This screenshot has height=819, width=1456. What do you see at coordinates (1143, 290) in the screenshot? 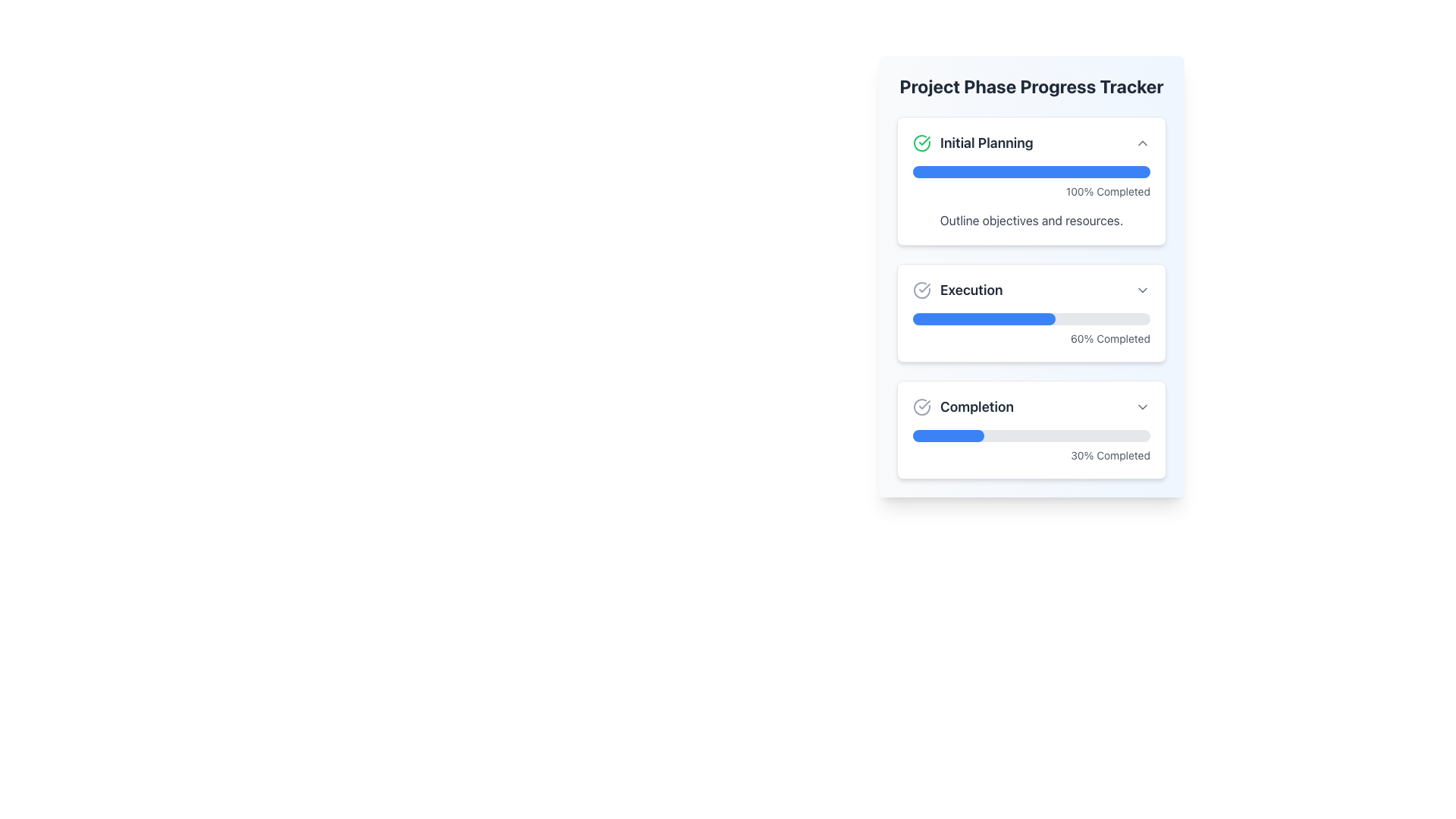
I see `the toggle button located to the far right of the 'Execution' section` at bounding box center [1143, 290].